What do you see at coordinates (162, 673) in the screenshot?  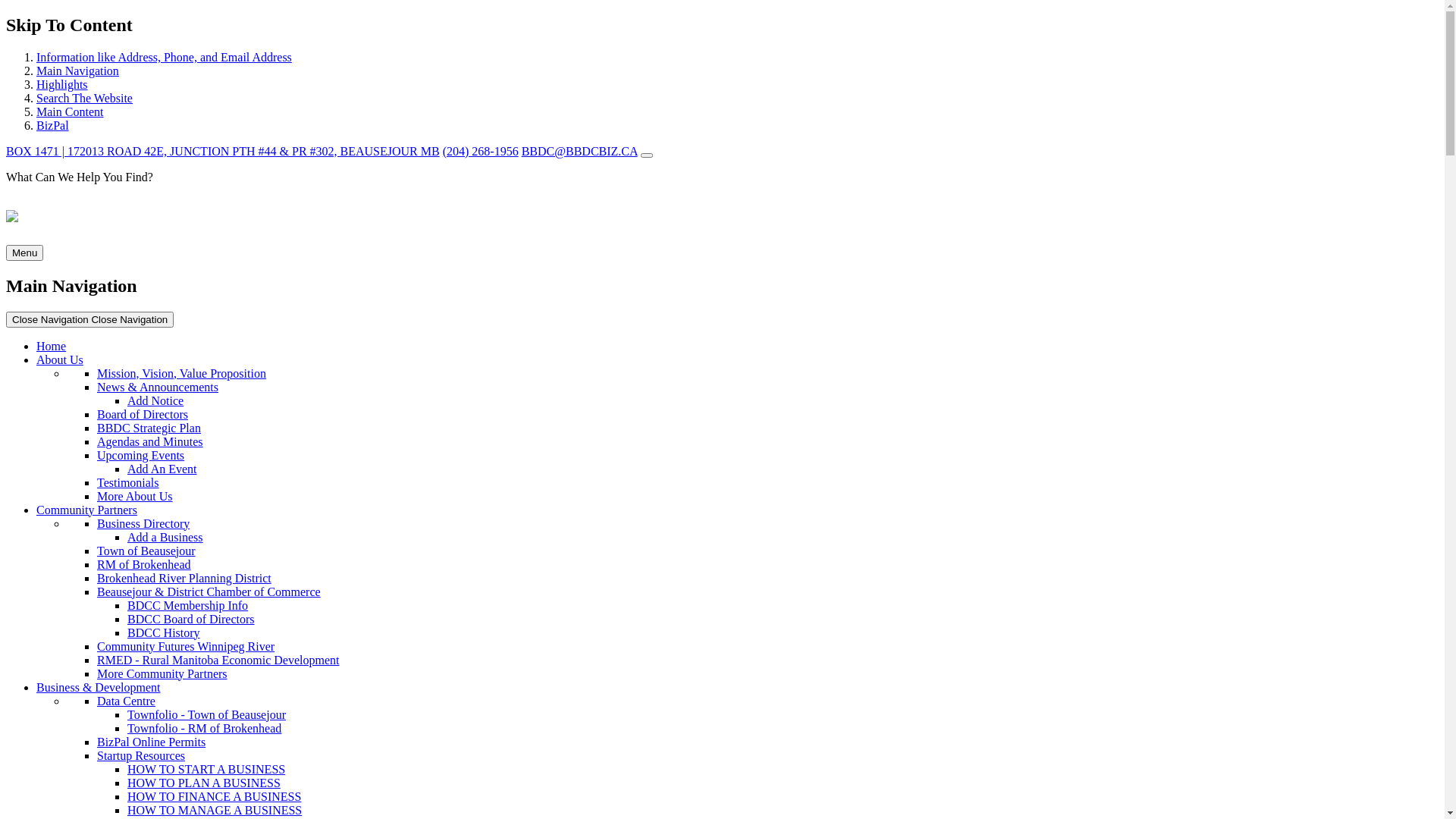 I see `'More Community Partners'` at bounding box center [162, 673].